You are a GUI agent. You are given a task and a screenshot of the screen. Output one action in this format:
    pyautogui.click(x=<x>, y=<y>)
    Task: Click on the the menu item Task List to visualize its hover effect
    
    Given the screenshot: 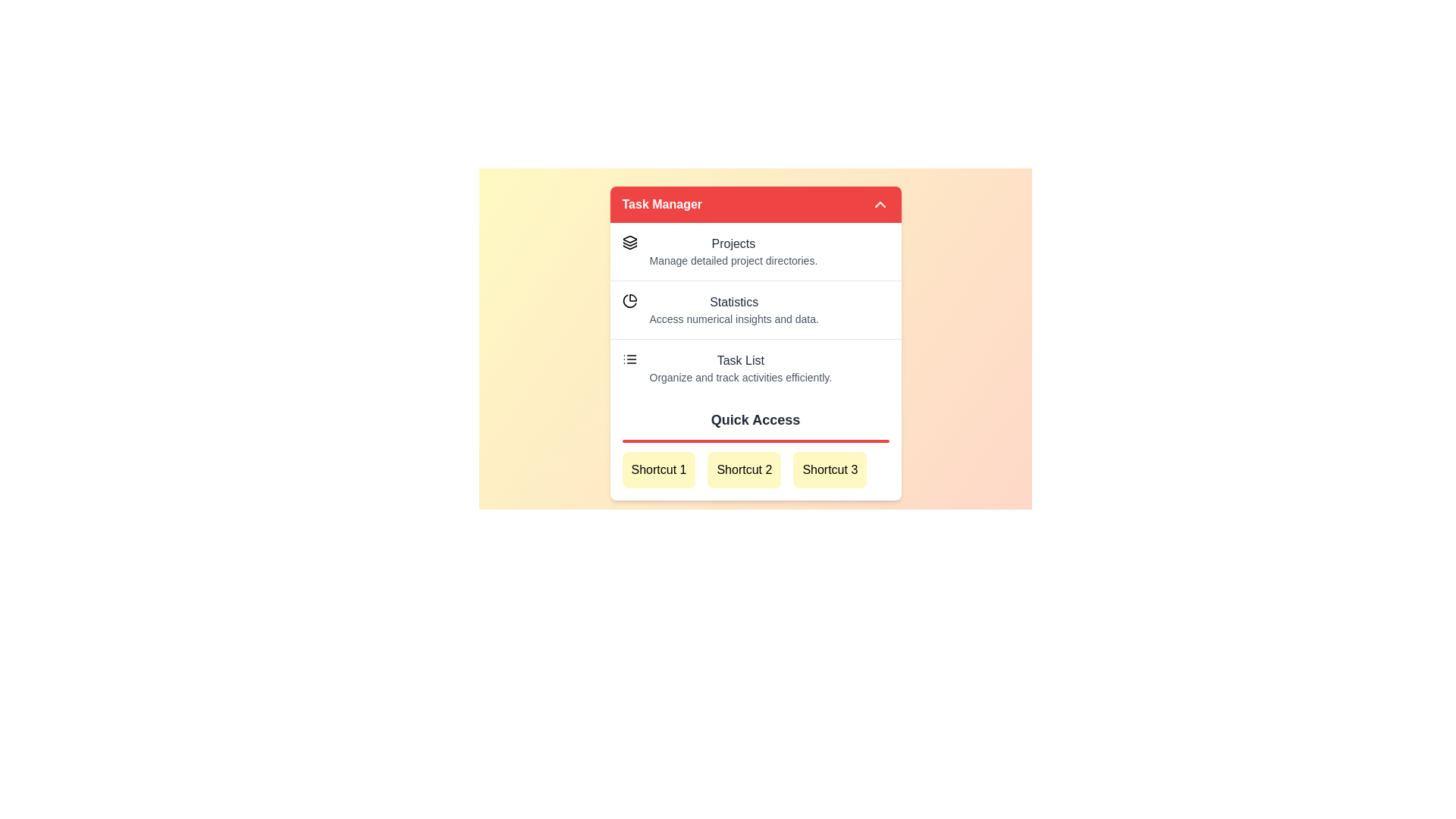 What is the action you would take?
    pyautogui.click(x=755, y=368)
    